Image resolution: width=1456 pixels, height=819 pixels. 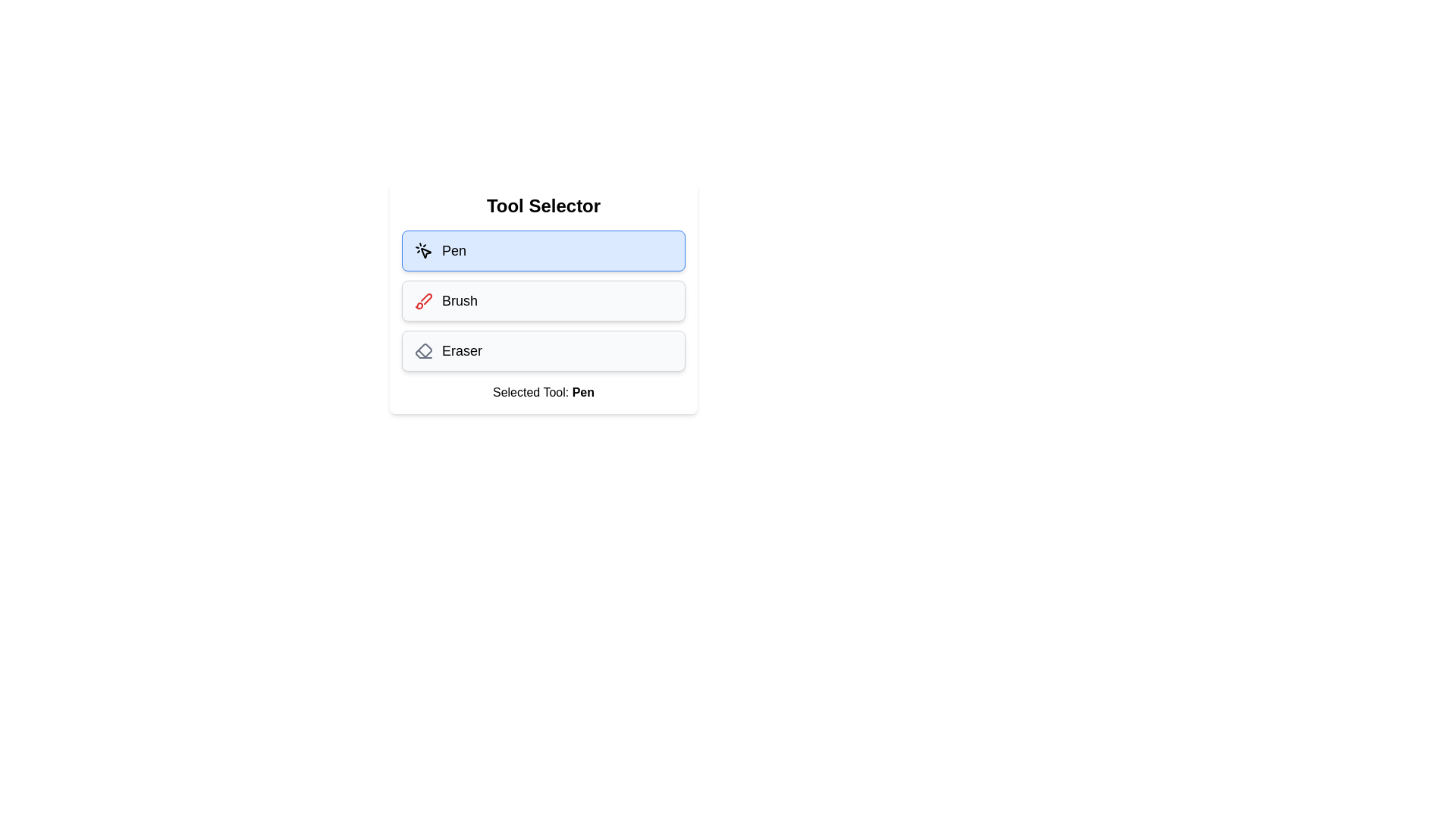 I want to click on the tool Brush by clicking its button, so click(x=543, y=301).